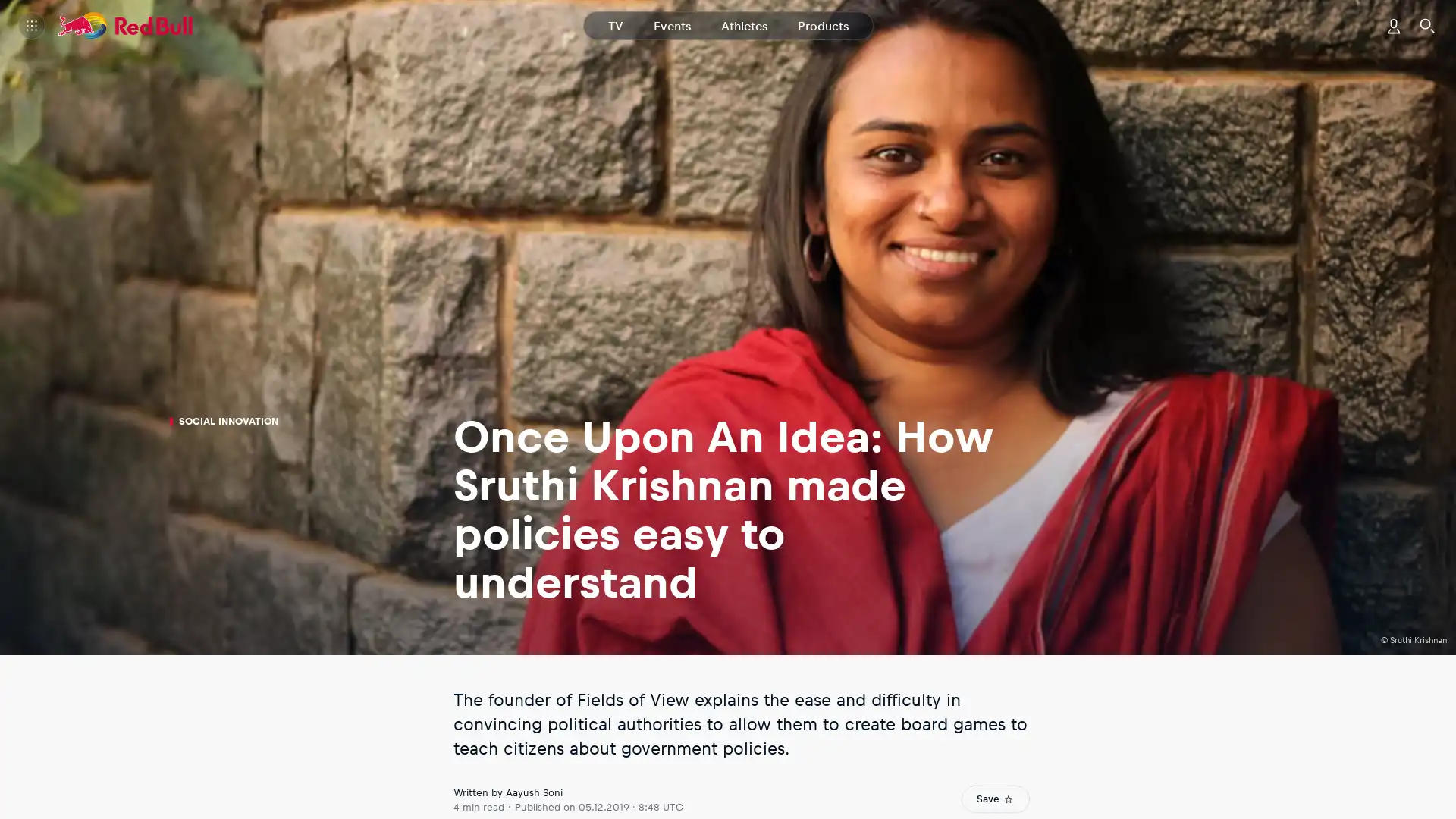 The width and height of the screenshot is (1456, 819). What do you see at coordinates (593, 253) in the screenshot?
I see `Cookies Settings` at bounding box center [593, 253].